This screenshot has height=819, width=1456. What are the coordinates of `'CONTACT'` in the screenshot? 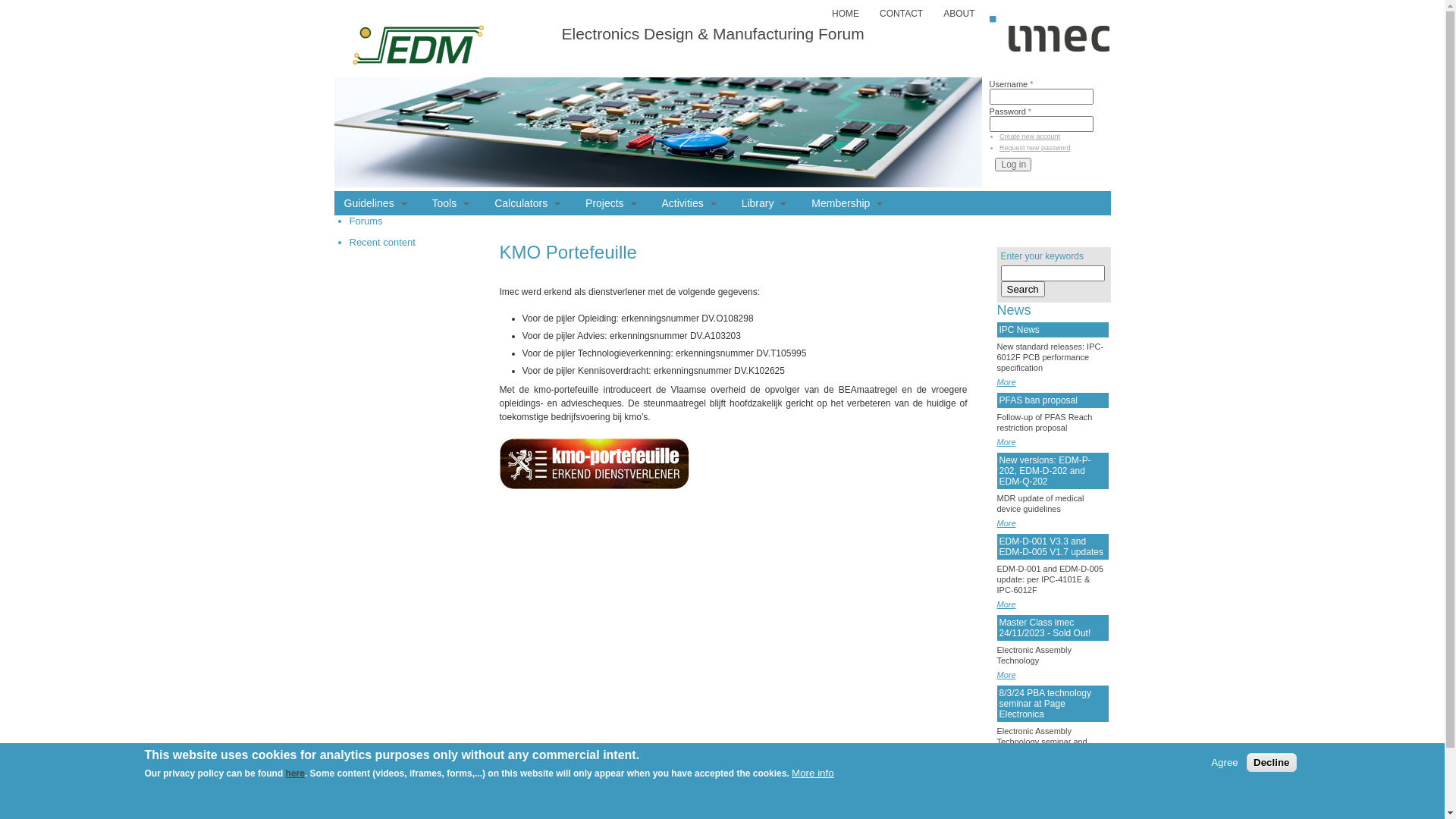 It's located at (901, 14).